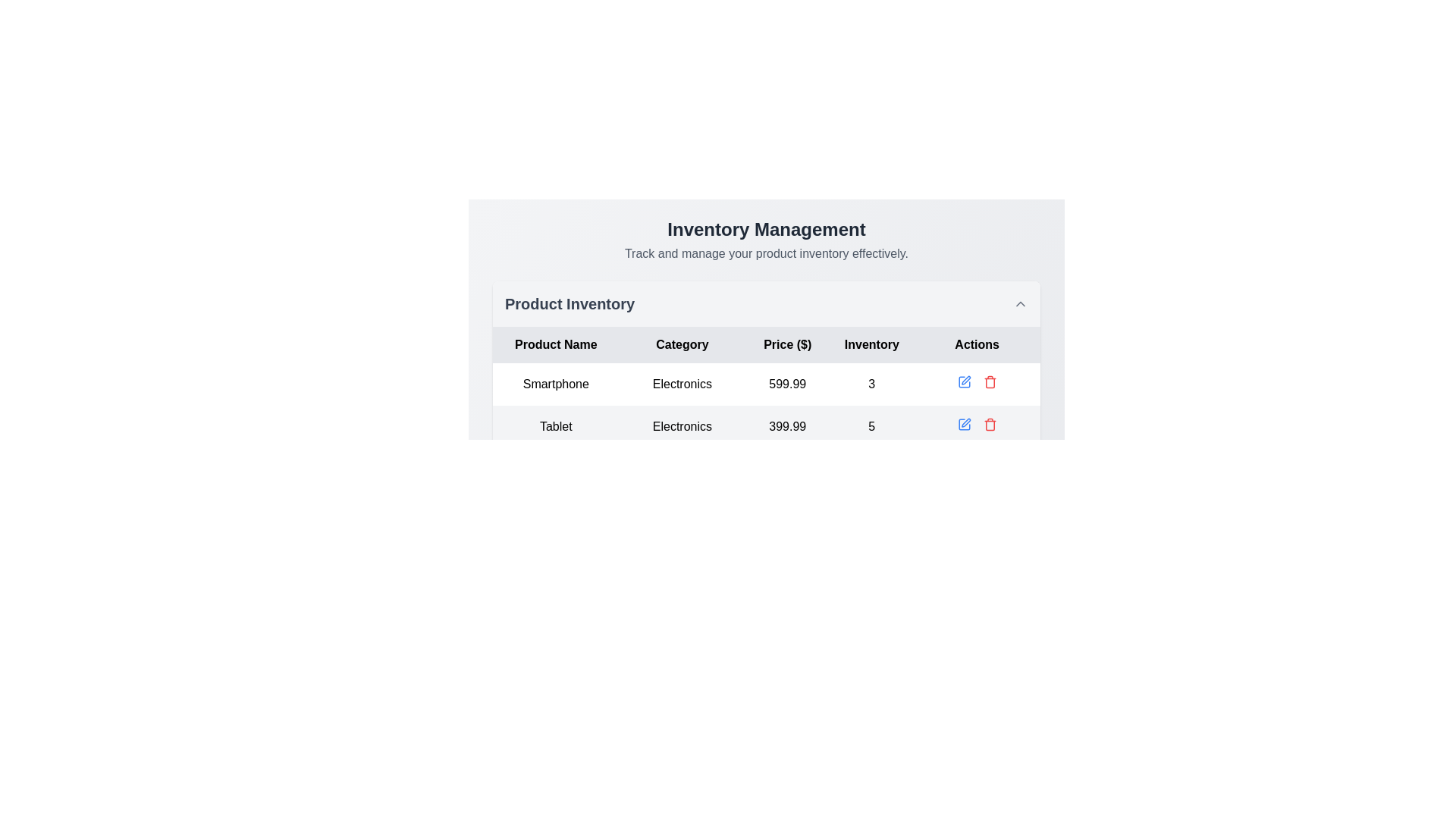 The height and width of the screenshot is (819, 1456). I want to click on the content displayed in the table cell under the 'Price ($)' column in the 'Product Inventory' table, specifically in the second row, third column, so click(767, 427).